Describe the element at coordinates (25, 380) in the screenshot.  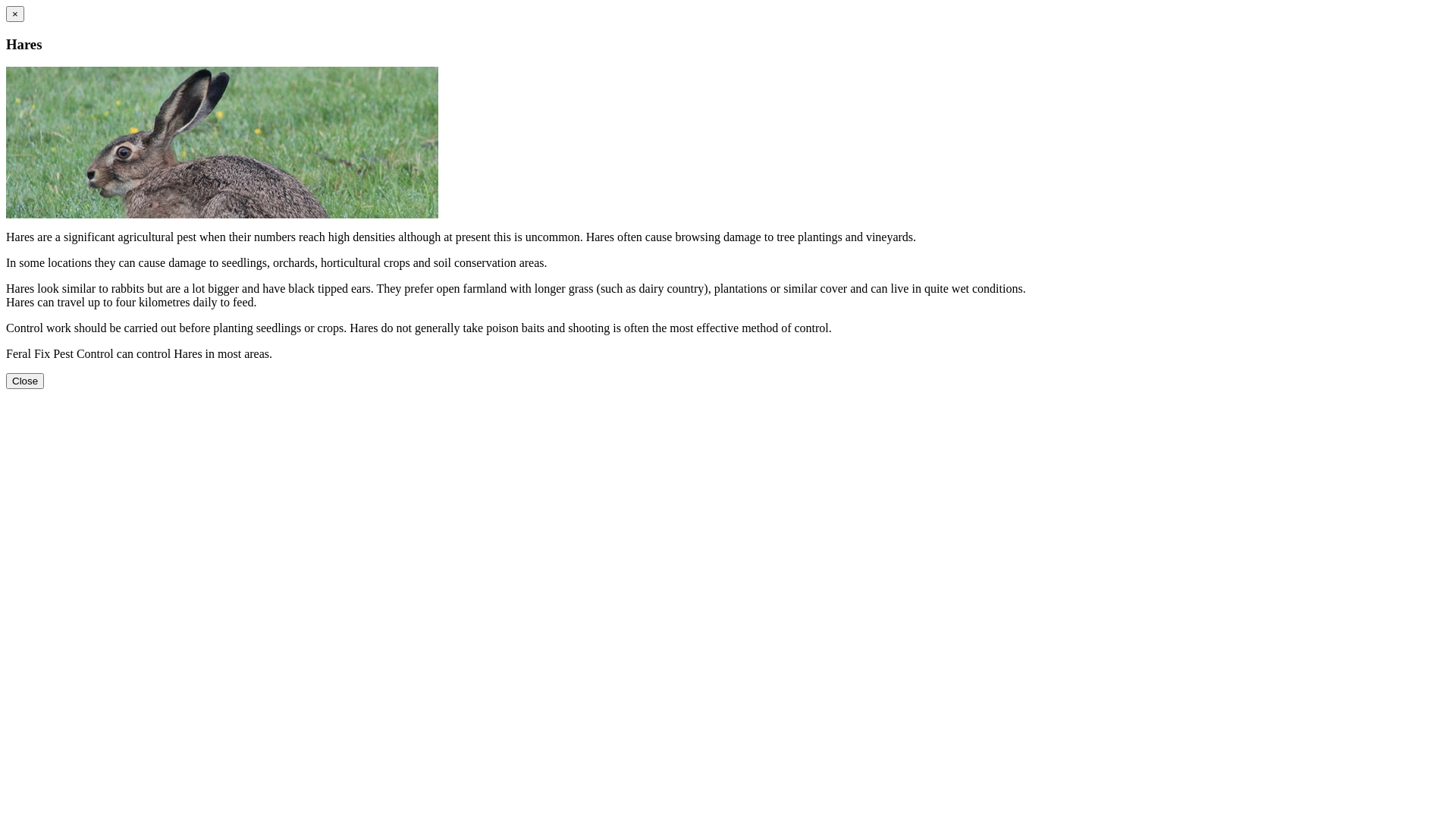
I see `'Close'` at that location.